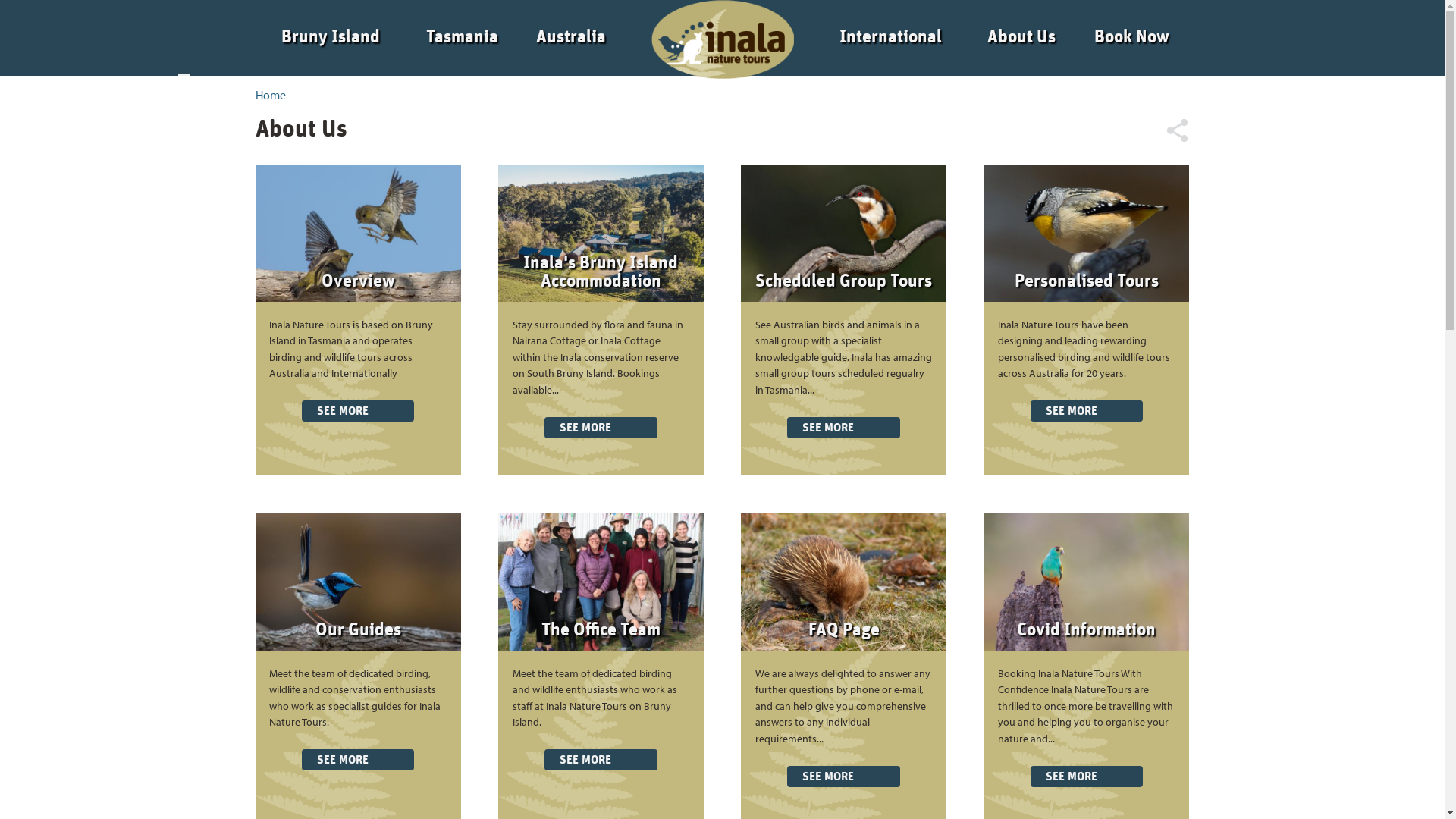 The width and height of the screenshot is (1456, 819). What do you see at coordinates (987, 36) in the screenshot?
I see `'About Us'` at bounding box center [987, 36].